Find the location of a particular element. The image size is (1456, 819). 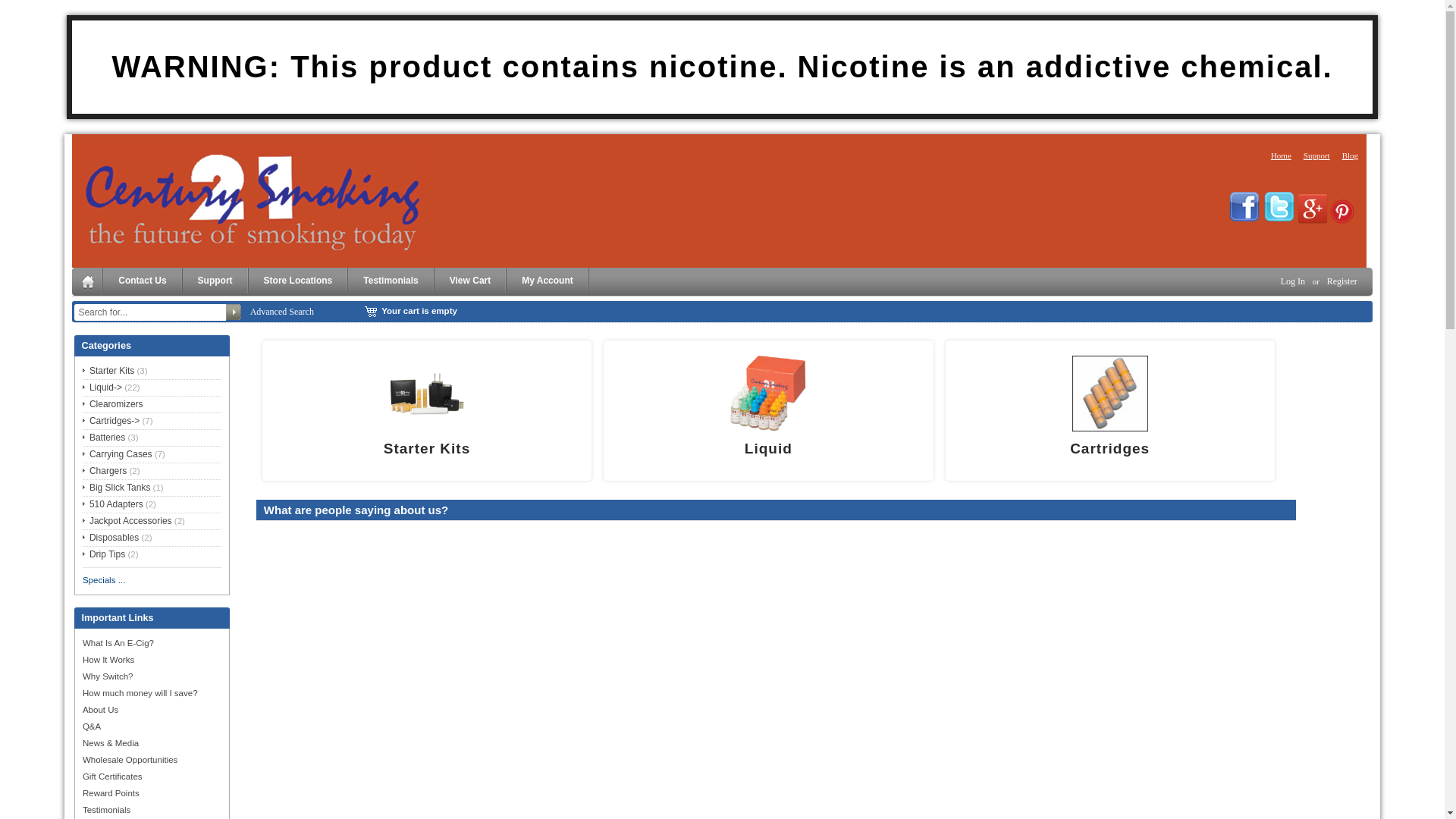

'Chargers' is located at coordinates (104, 470).